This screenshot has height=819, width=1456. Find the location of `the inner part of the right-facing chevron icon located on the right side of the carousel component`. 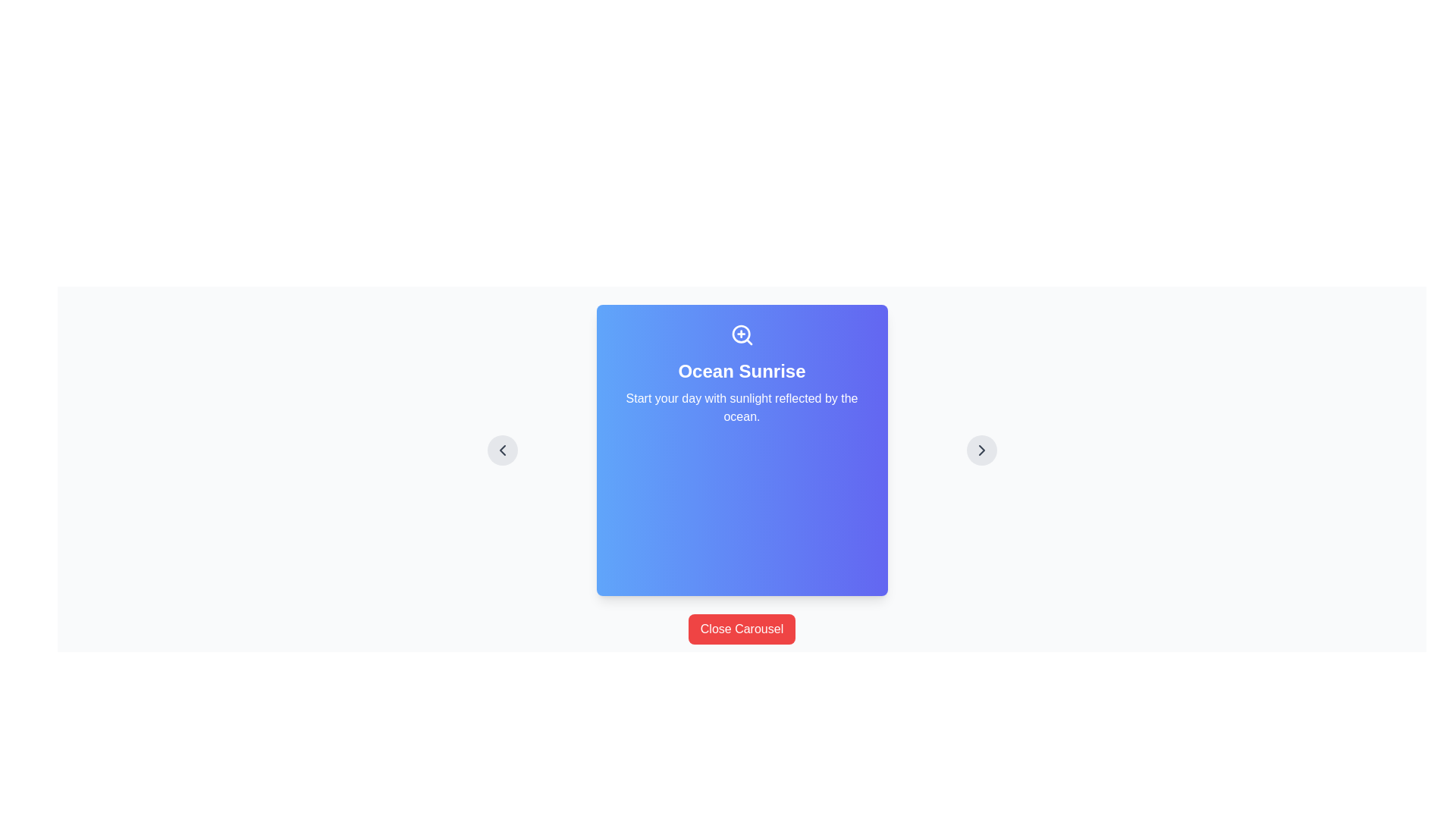

the inner part of the right-facing chevron icon located on the right side of the carousel component is located at coordinates (981, 450).